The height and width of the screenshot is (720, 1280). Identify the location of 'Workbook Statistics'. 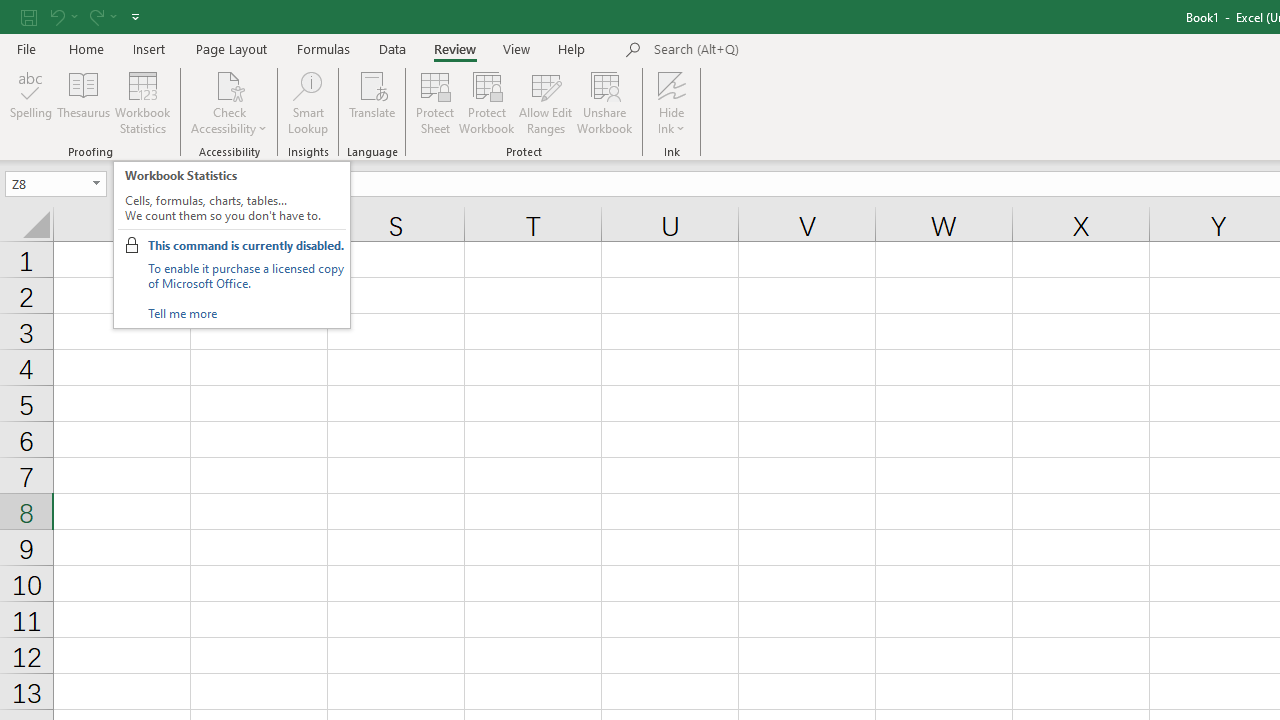
(141, 103).